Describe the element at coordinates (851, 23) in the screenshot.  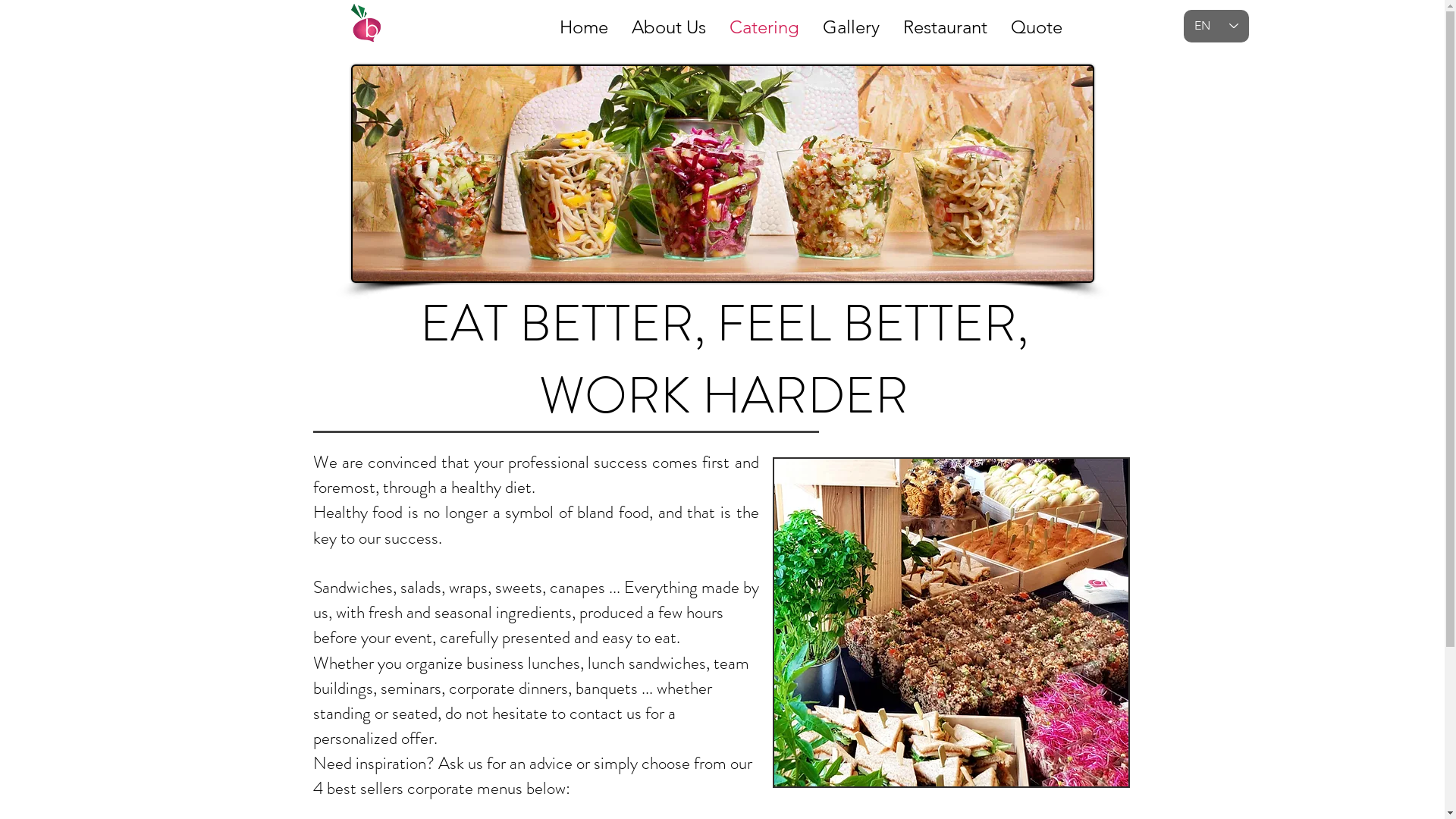
I see `'Gallery'` at that location.